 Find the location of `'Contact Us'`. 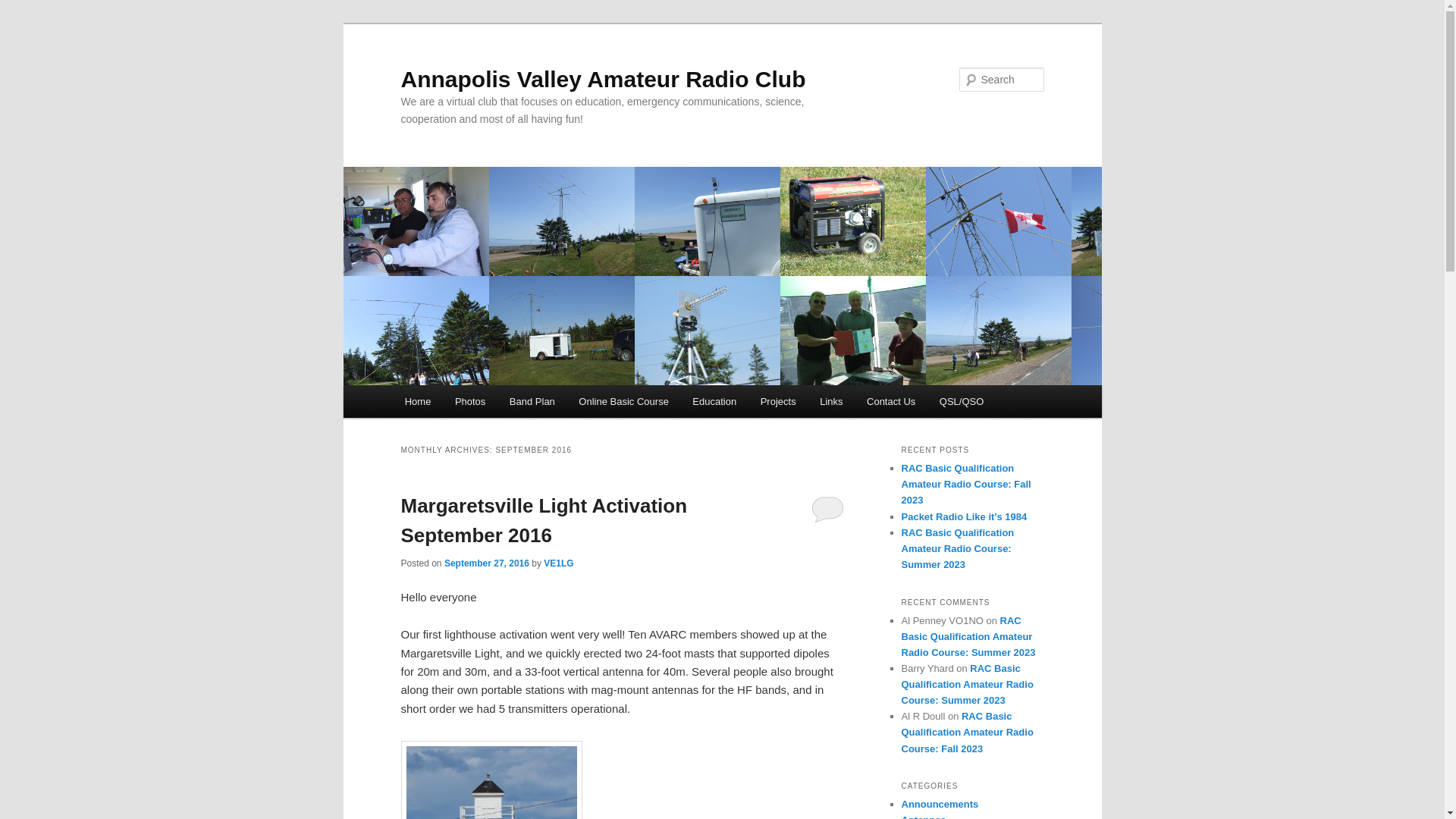

'Contact Us' is located at coordinates (891, 400).